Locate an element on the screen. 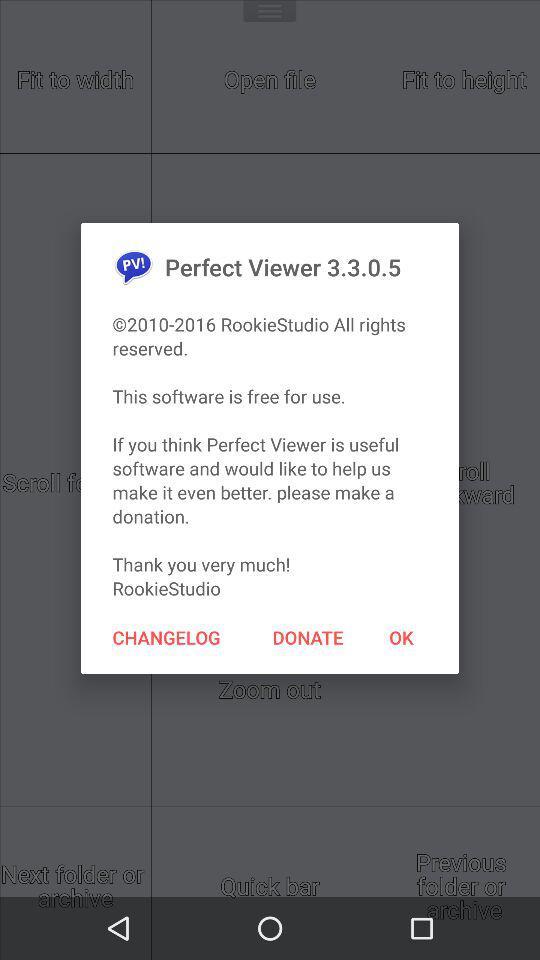 The image size is (540, 960). item to the right of the donate is located at coordinates (401, 636).